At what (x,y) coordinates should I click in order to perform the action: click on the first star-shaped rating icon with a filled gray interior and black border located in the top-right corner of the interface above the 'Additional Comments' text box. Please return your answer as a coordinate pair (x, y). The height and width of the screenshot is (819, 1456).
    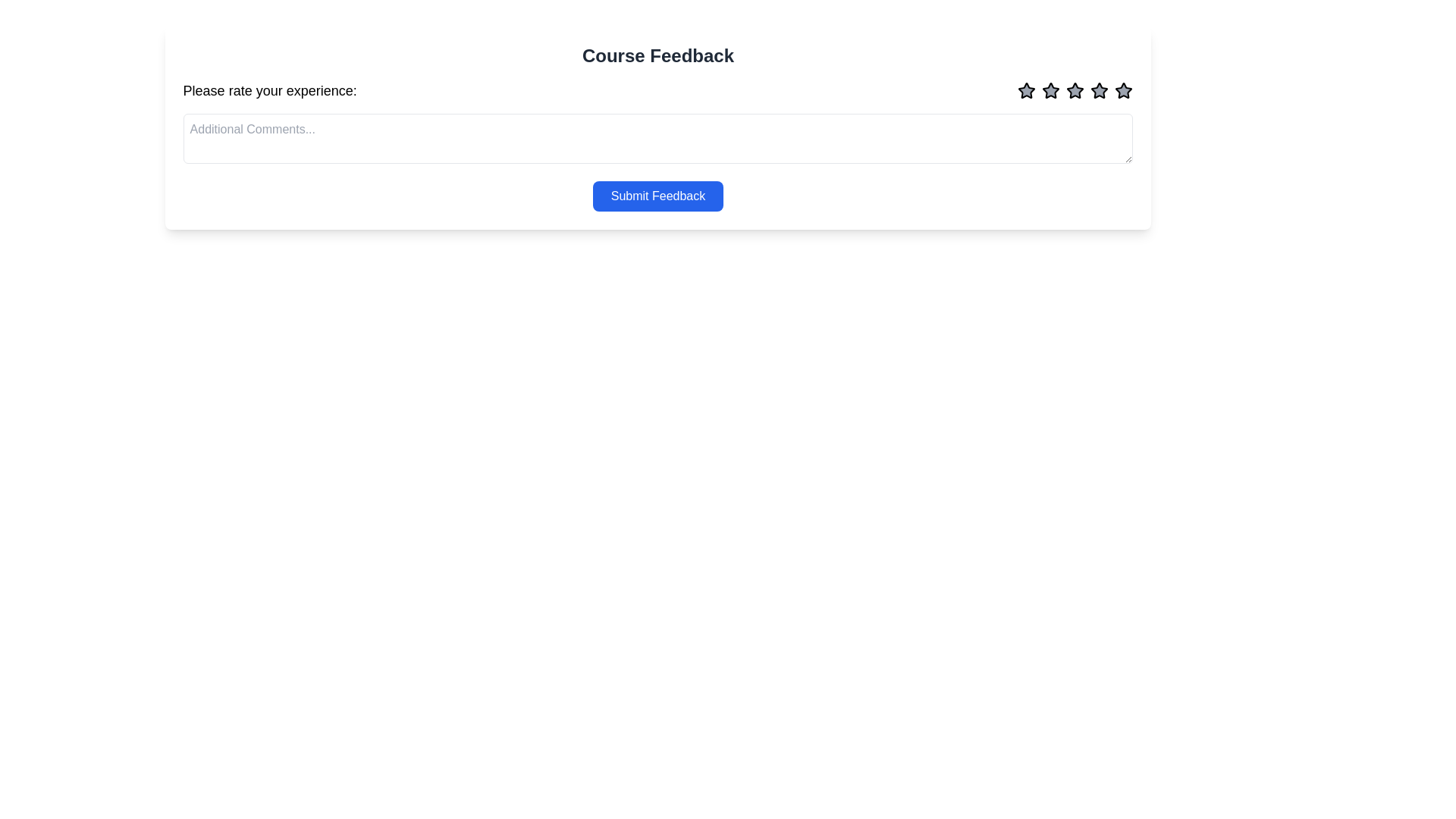
    Looking at the image, I should click on (1026, 90).